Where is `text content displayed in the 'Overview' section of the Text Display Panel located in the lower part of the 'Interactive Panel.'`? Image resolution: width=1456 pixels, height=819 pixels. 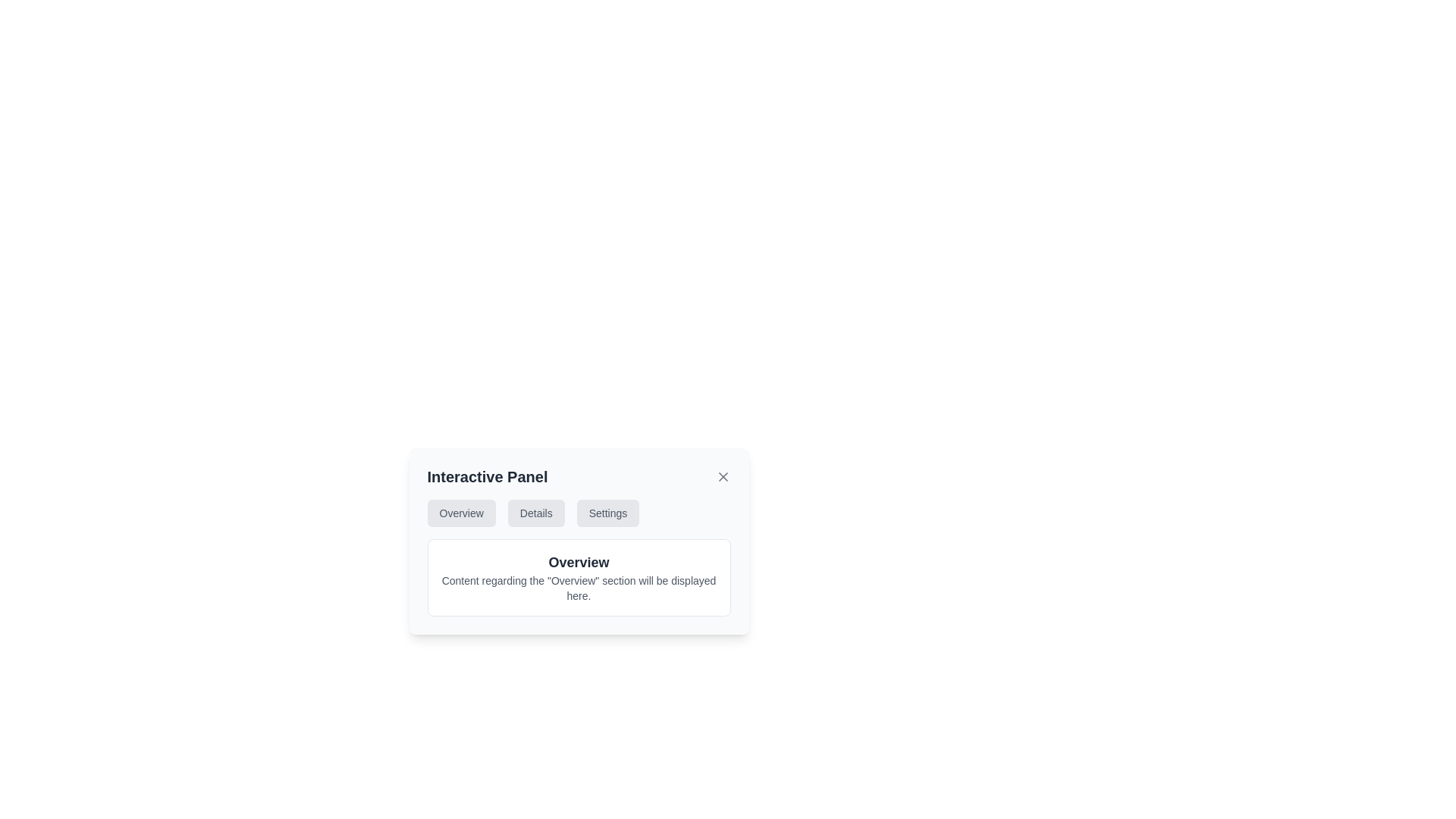
text content displayed in the 'Overview' section of the Text Display Panel located in the lower part of the 'Interactive Panel.' is located at coordinates (578, 558).